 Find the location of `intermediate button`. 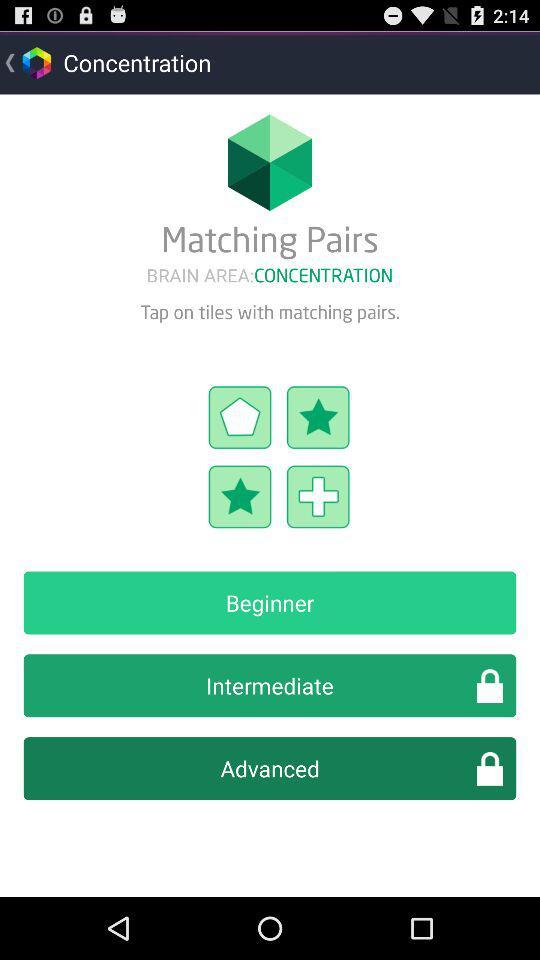

intermediate button is located at coordinates (270, 685).